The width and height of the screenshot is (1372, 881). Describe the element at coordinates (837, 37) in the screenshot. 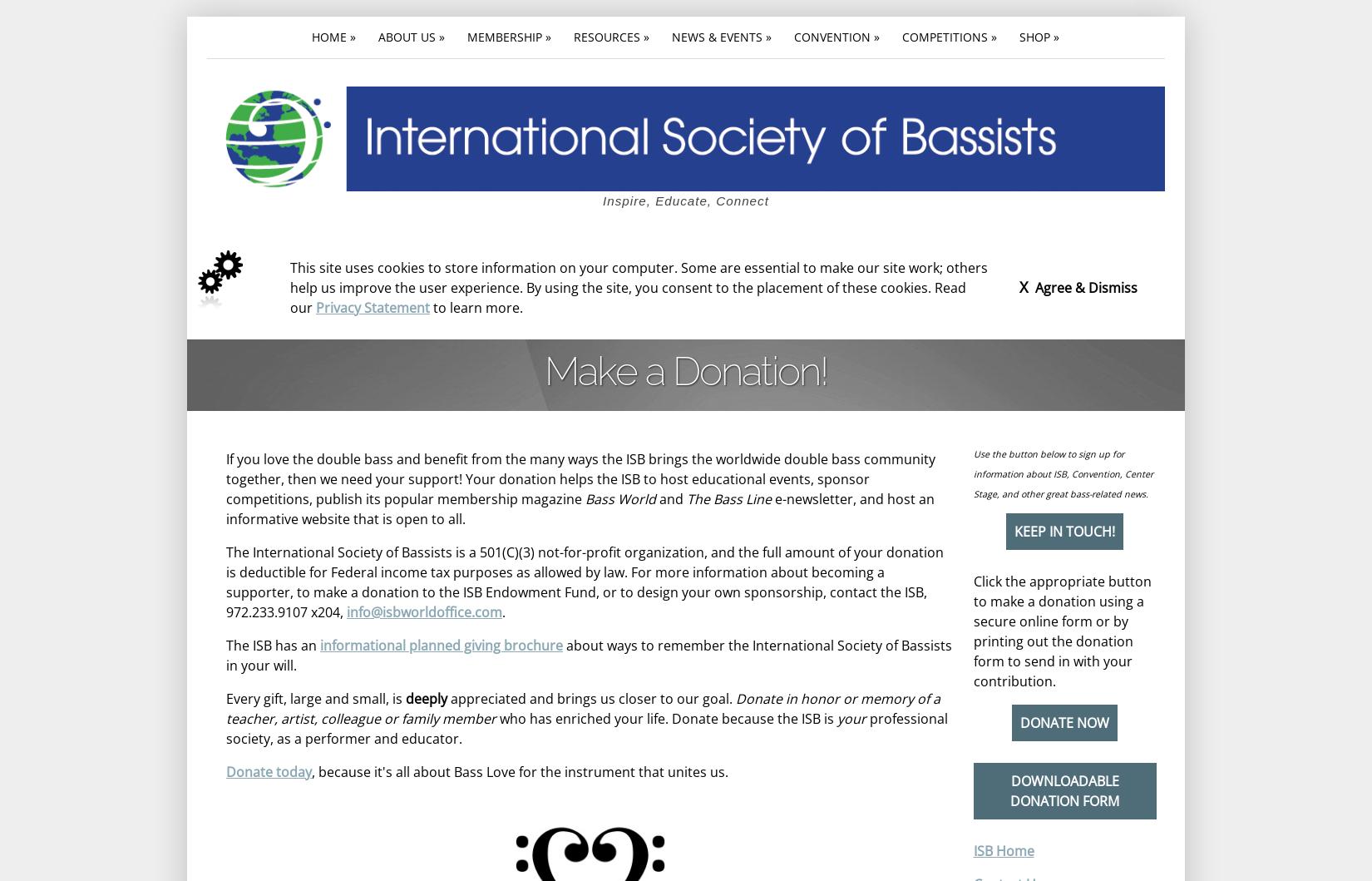

I see `'Convention »'` at that location.